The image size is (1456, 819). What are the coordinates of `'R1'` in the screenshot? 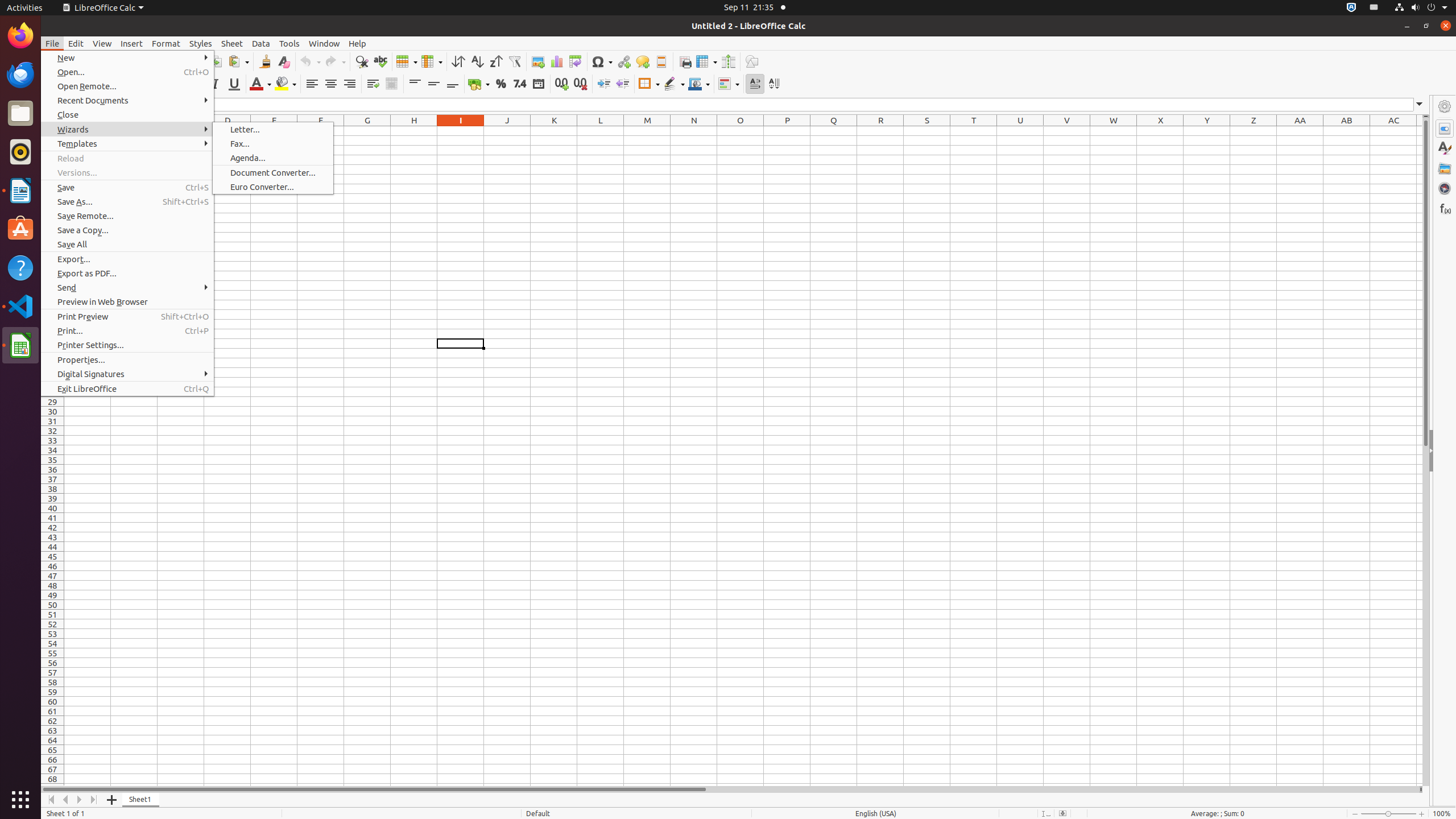 It's located at (880, 130).